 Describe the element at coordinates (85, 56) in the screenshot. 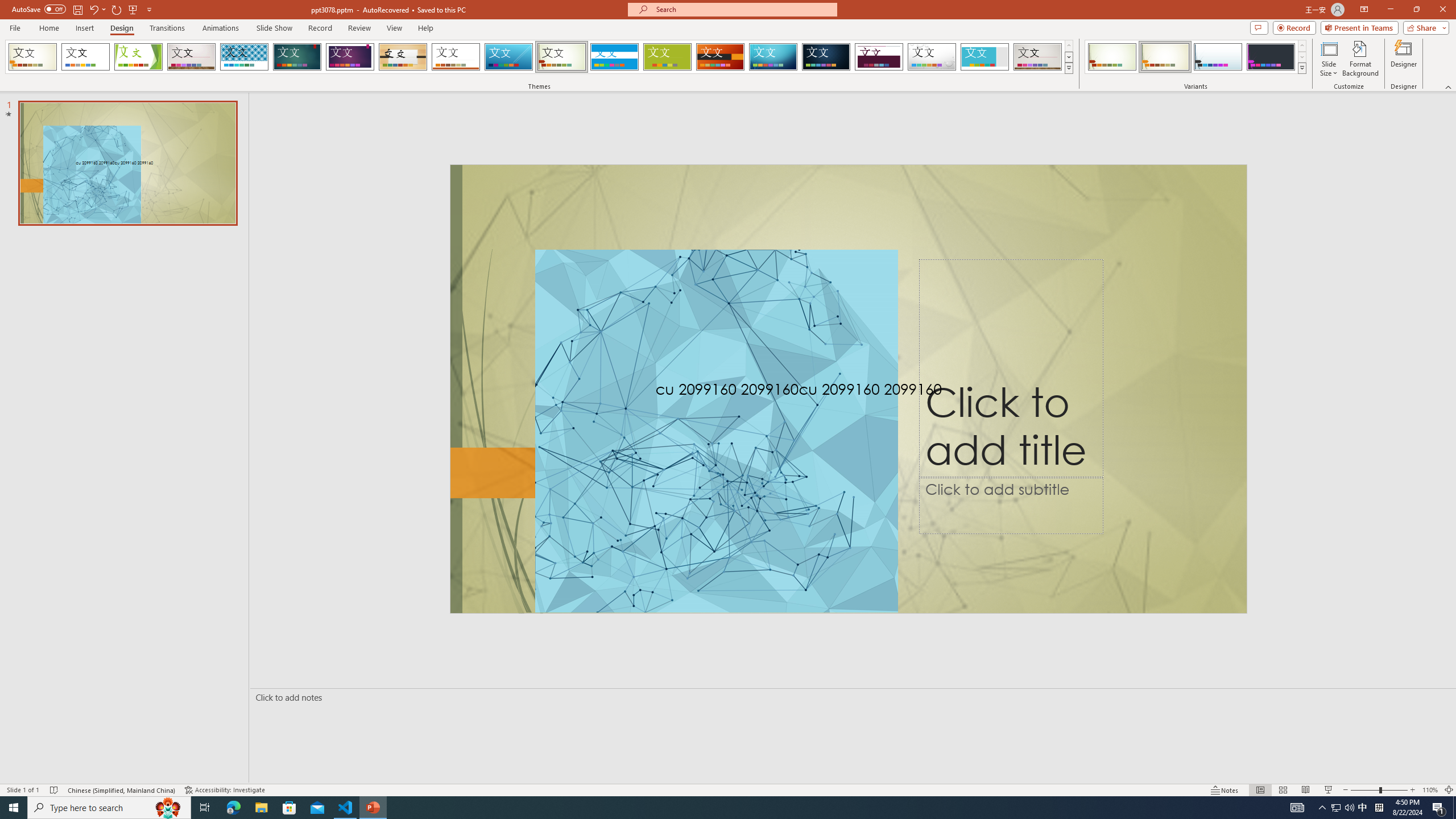

I see `'Office Theme'` at that location.